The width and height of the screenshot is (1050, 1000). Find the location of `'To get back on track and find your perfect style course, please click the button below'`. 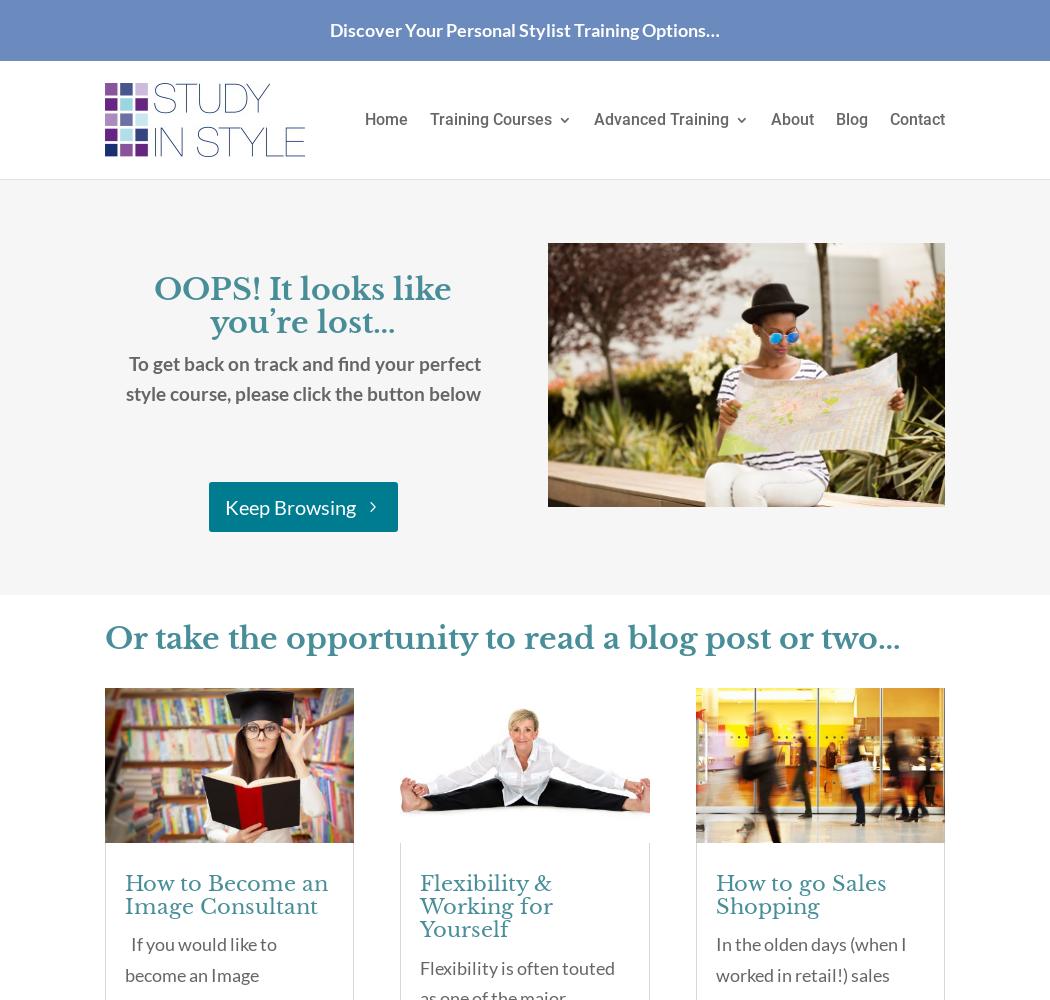

'To get back on track and find your perfect style course, please click the button below' is located at coordinates (303, 378).